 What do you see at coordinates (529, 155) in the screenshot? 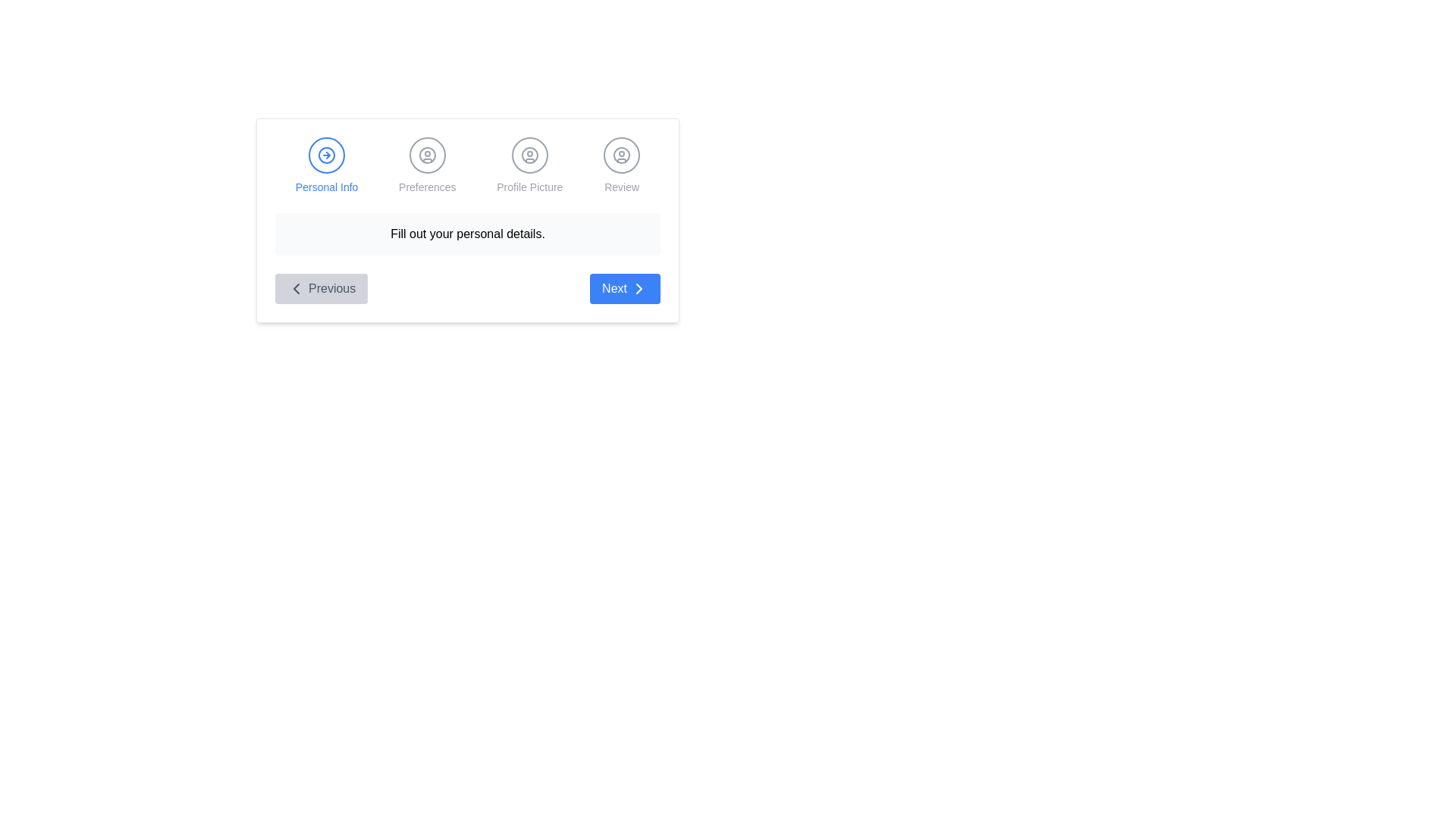
I see `the 'Profile Picture' icon located in the third circle of the navigation bar` at bounding box center [529, 155].